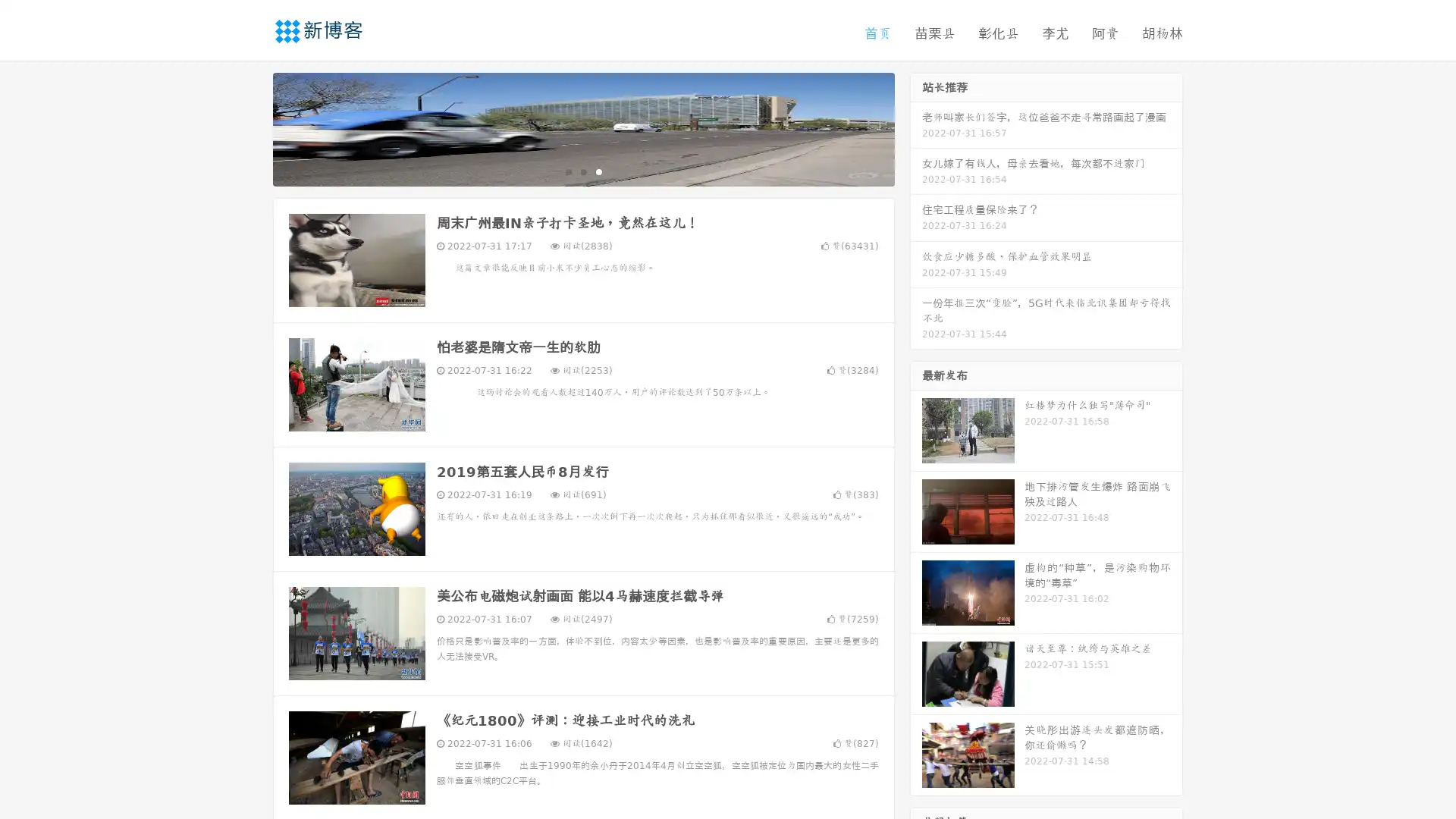 The width and height of the screenshot is (1456, 819). Describe the element at coordinates (250, 127) in the screenshot. I see `Previous slide` at that location.